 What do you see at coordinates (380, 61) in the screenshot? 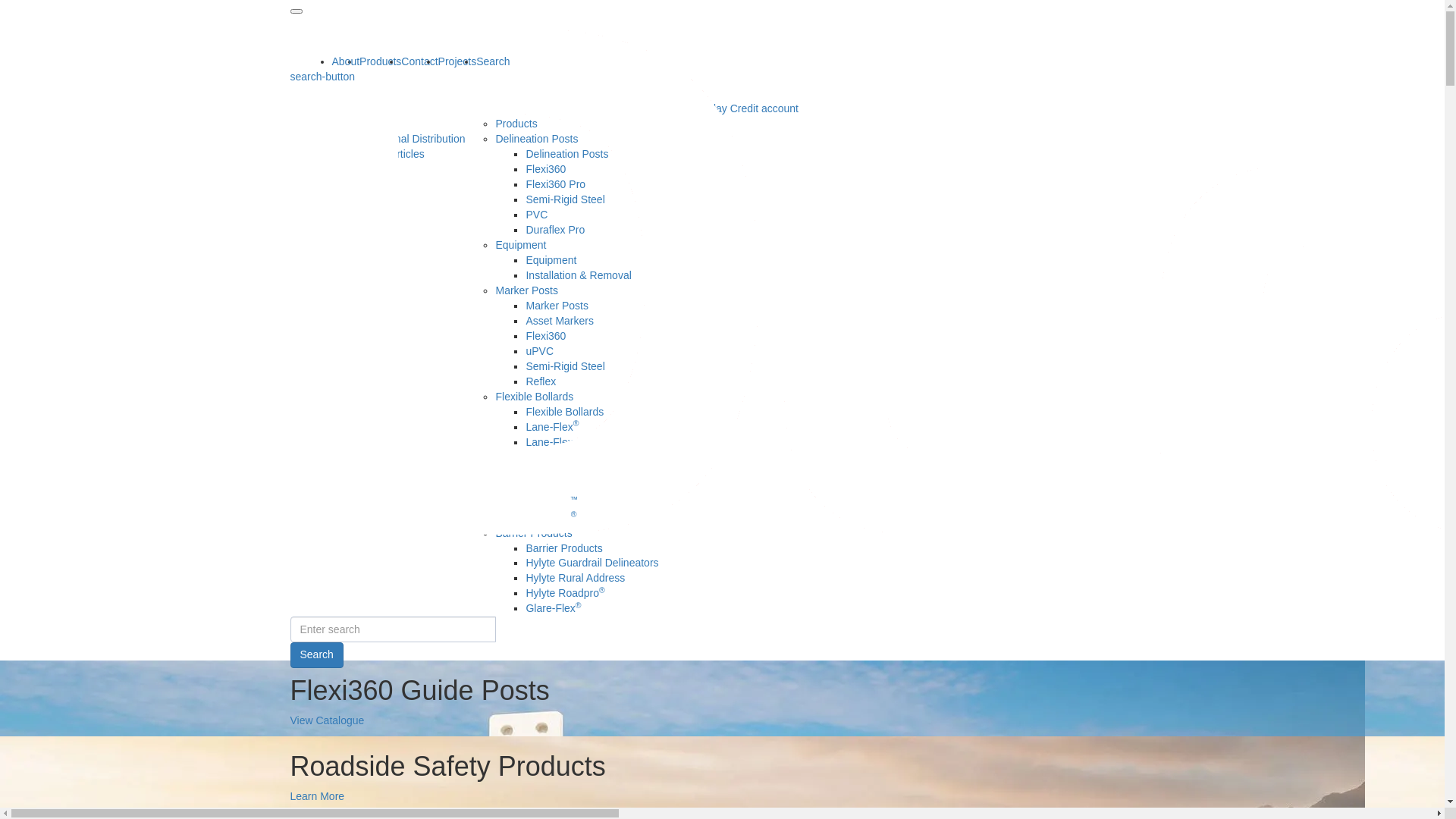
I see `'Products'` at bounding box center [380, 61].